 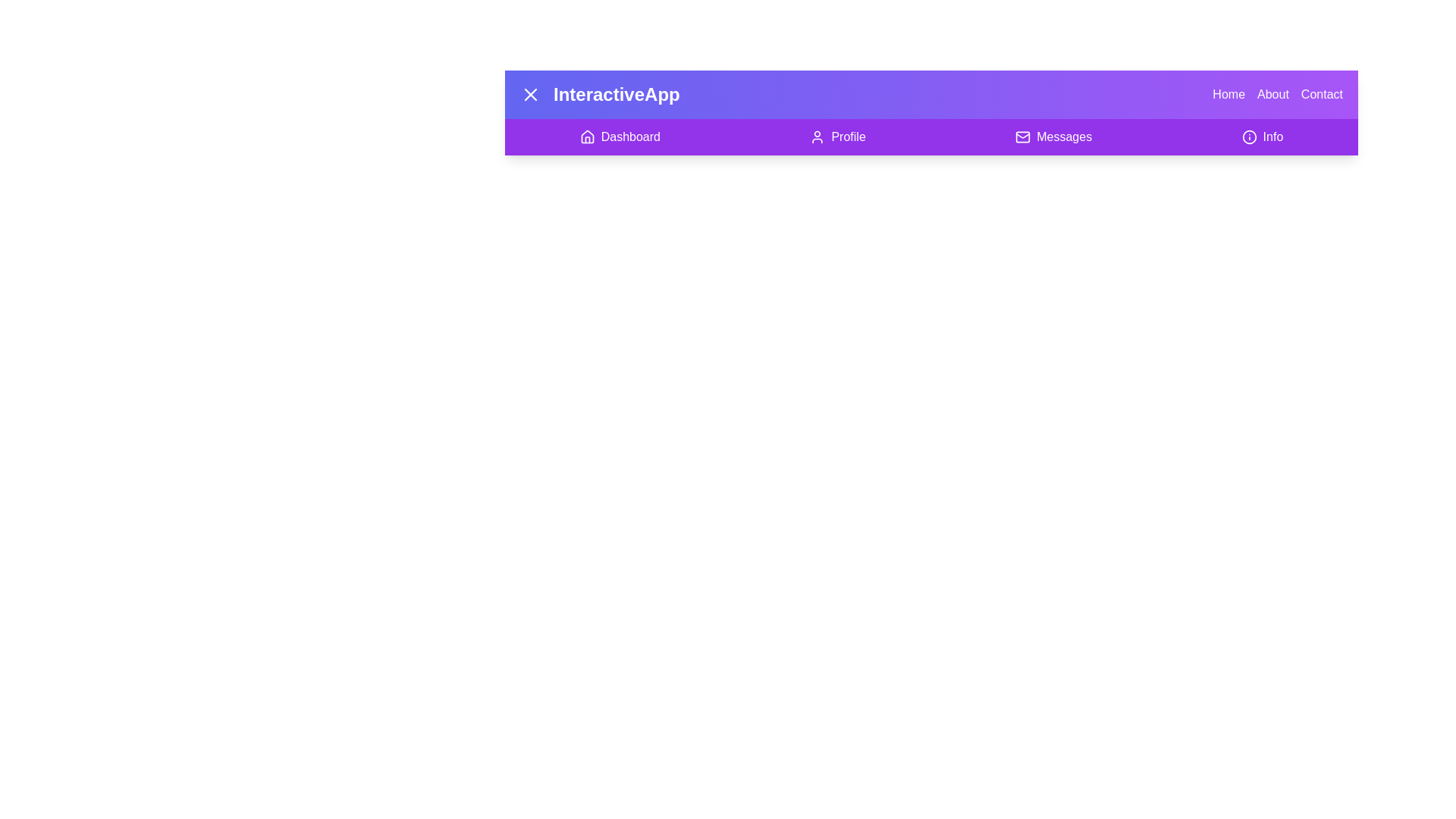 I want to click on the menu item Info in the app bar, so click(x=1263, y=137).